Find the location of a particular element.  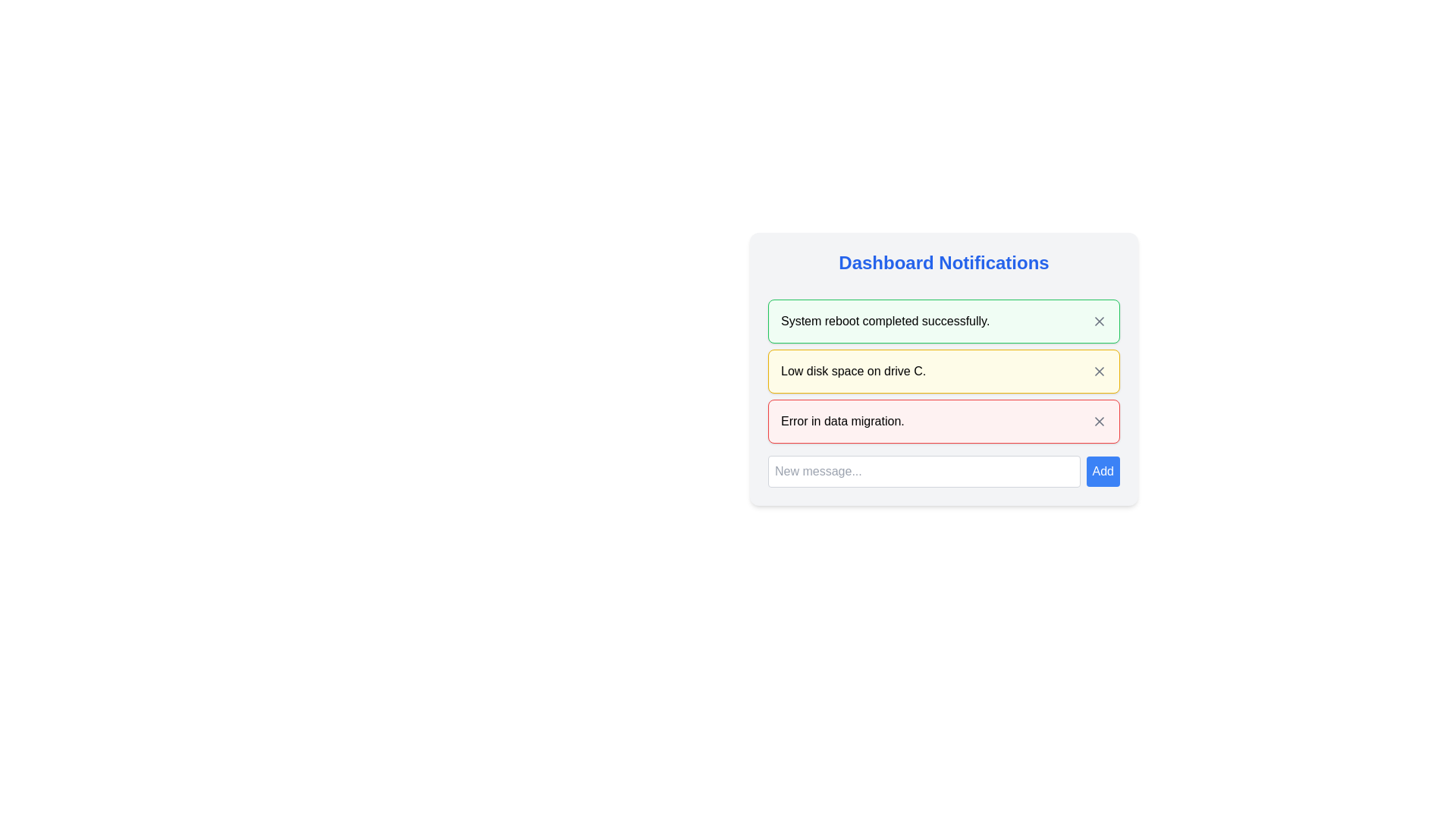

the text label displaying 'System reboot completed successfully.' within the green-bordered notification box in the 'Dashboard Notifications' interface is located at coordinates (885, 321).